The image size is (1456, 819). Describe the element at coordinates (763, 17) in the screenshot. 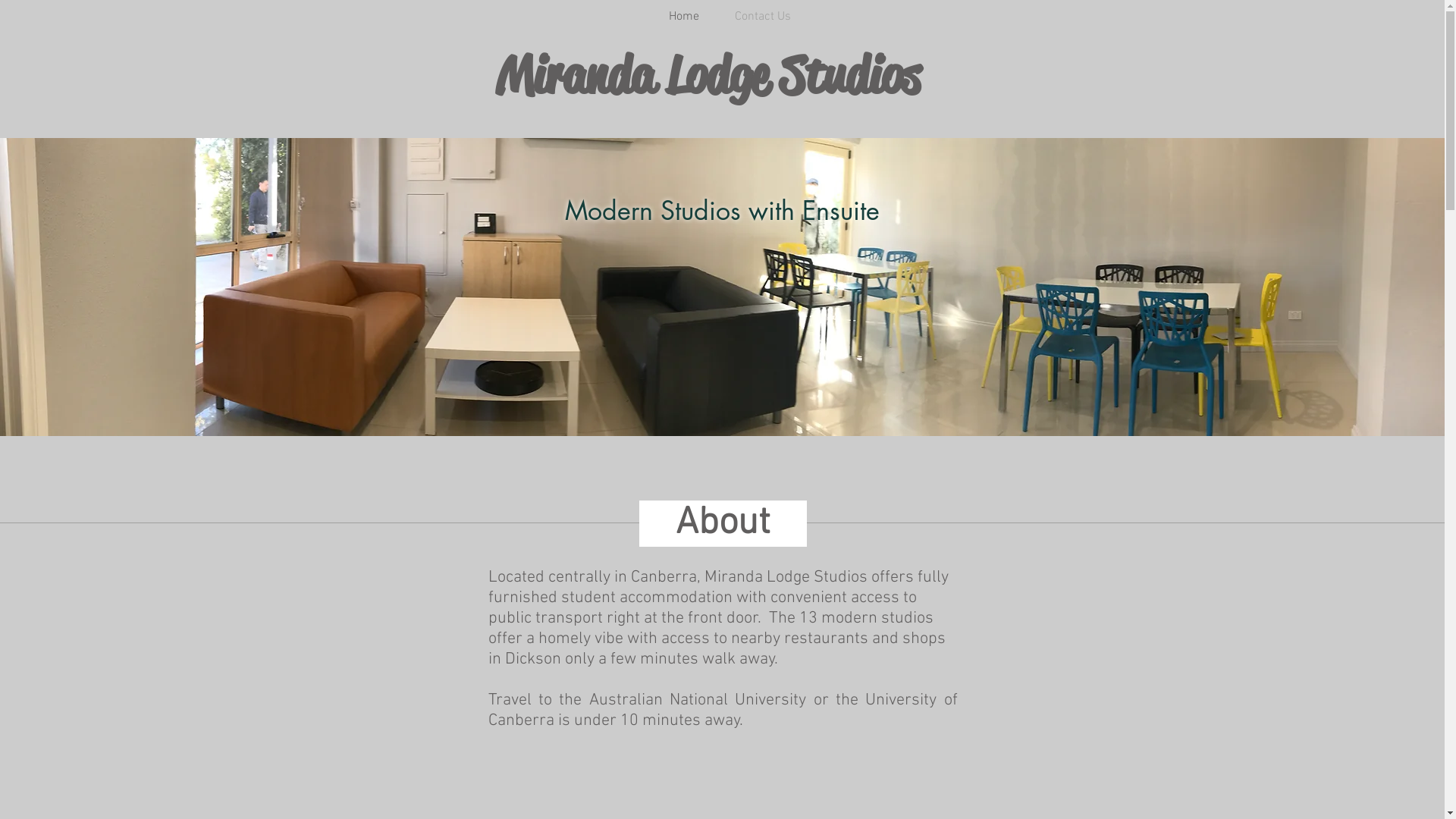

I see `'Contact Us'` at that location.